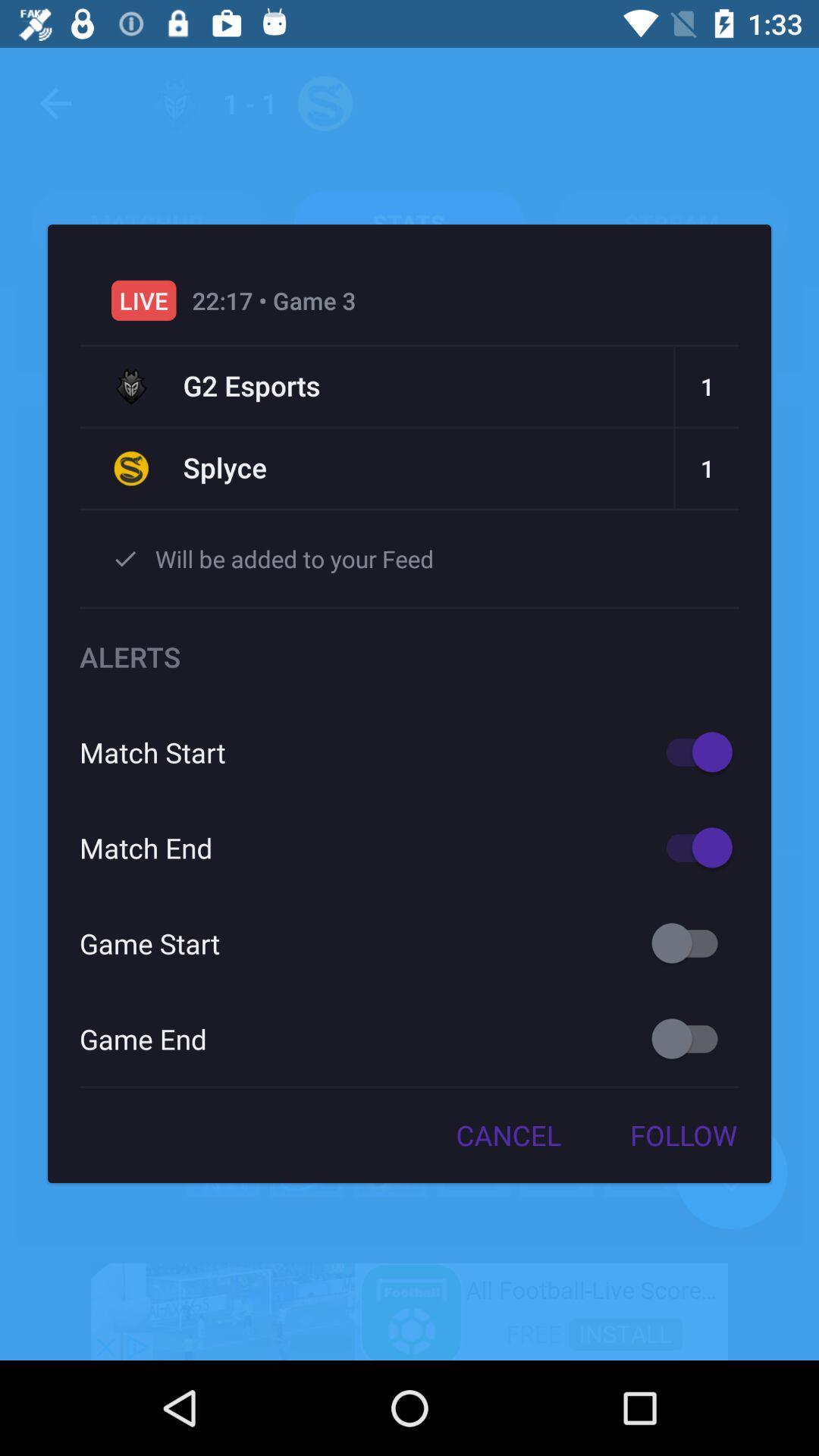 This screenshot has height=1456, width=819. I want to click on off button, so click(692, 1037).